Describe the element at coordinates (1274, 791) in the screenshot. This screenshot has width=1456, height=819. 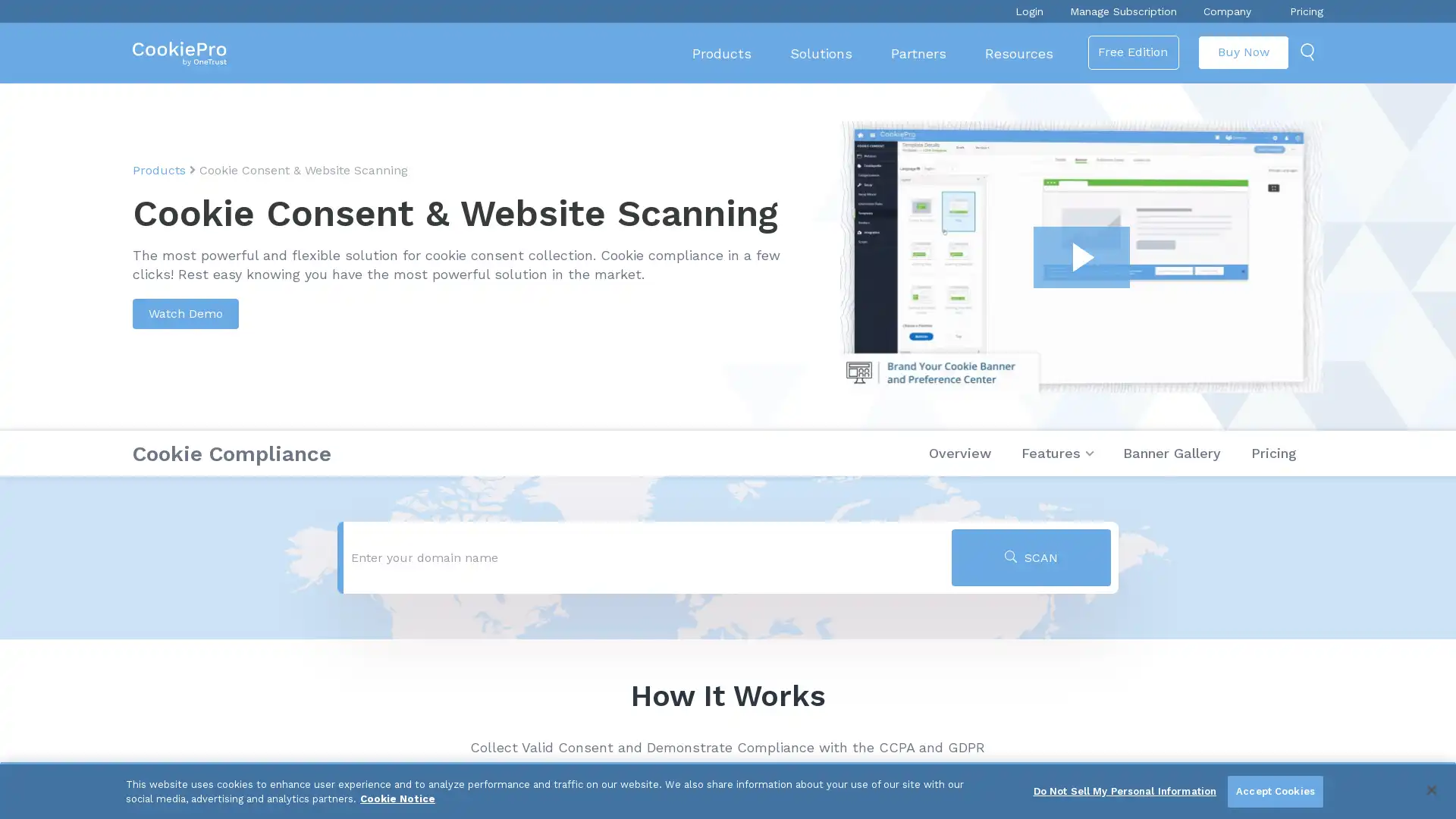
I see `Accept Cookies` at that location.